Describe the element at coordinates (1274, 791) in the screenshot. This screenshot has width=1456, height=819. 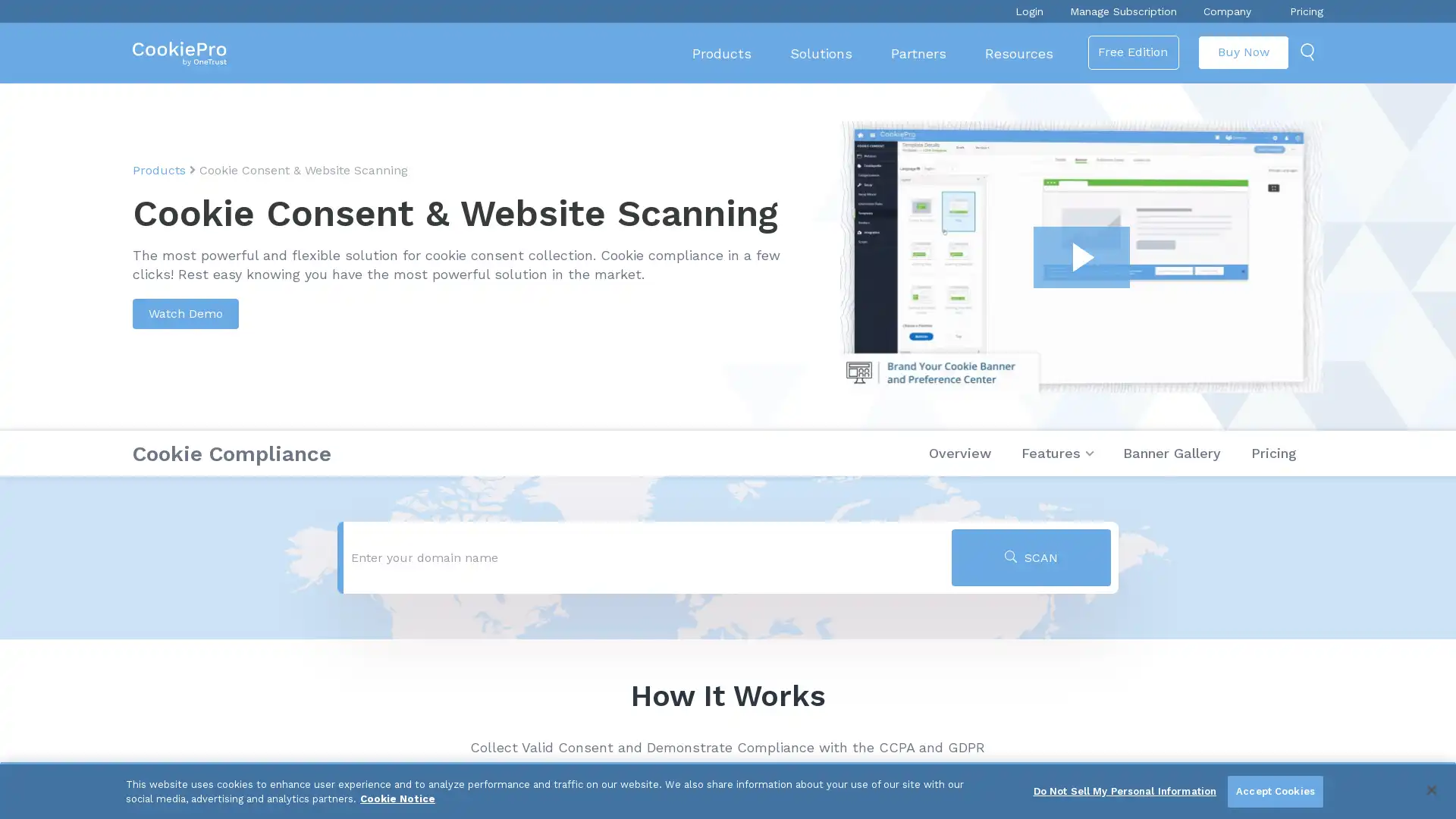
I see `Accept Cookies` at that location.